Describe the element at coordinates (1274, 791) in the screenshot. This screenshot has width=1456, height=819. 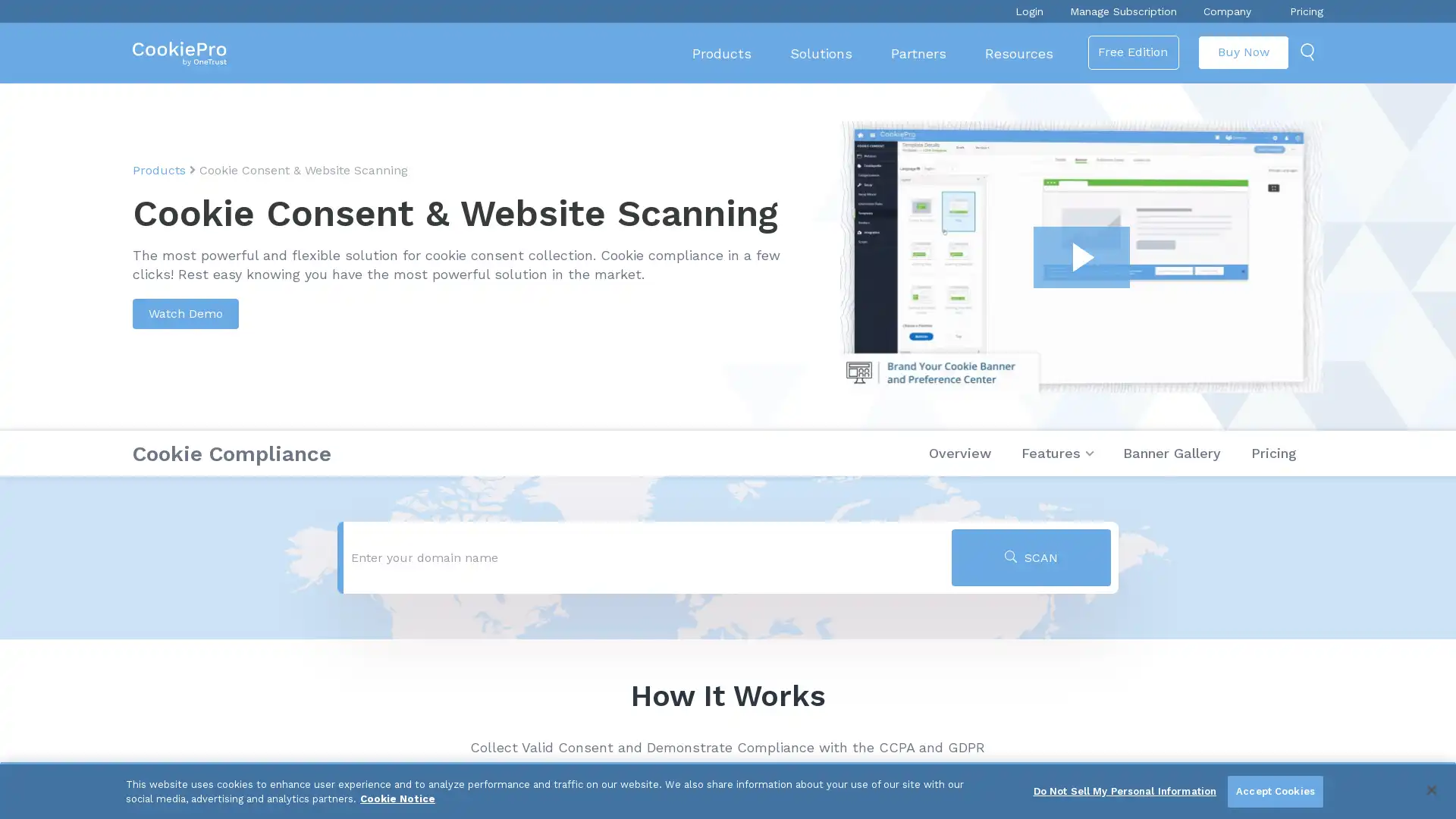
I see `Accept Cookies` at that location.